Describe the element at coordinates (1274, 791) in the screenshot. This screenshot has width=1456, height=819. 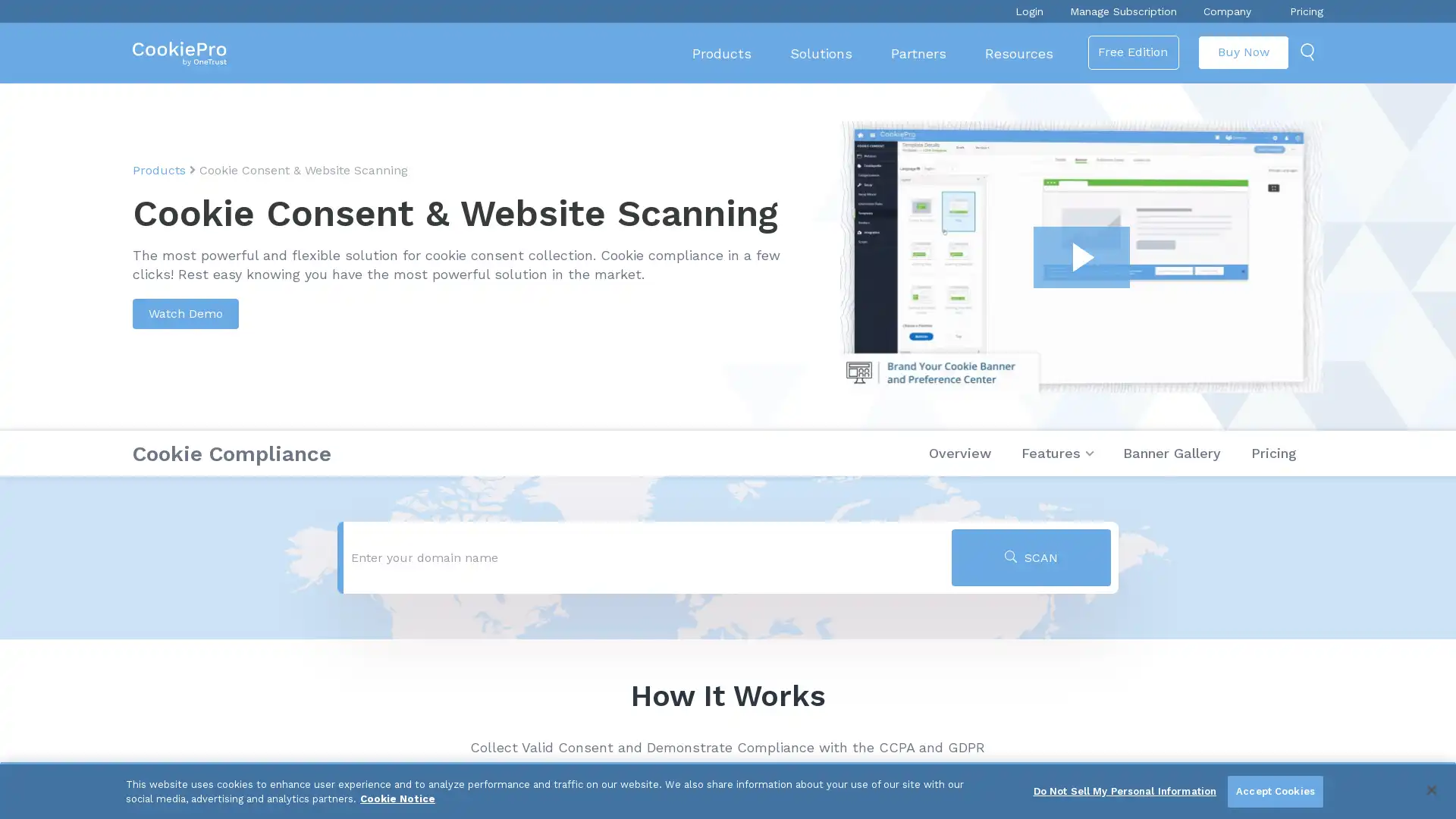
I see `Accept Cookies` at that location.